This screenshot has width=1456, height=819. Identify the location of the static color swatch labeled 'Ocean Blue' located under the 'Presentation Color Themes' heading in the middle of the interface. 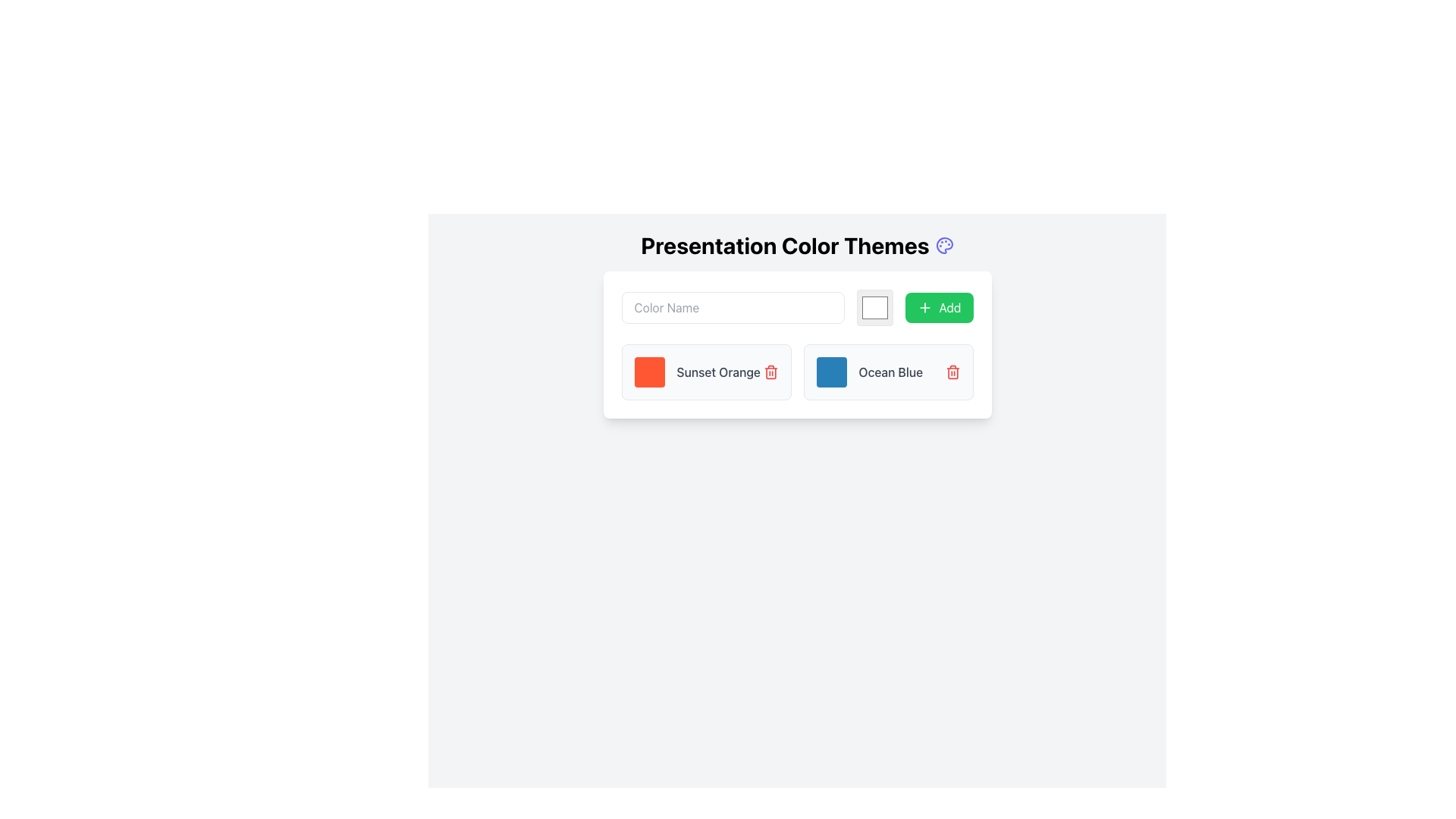
(869, 372).